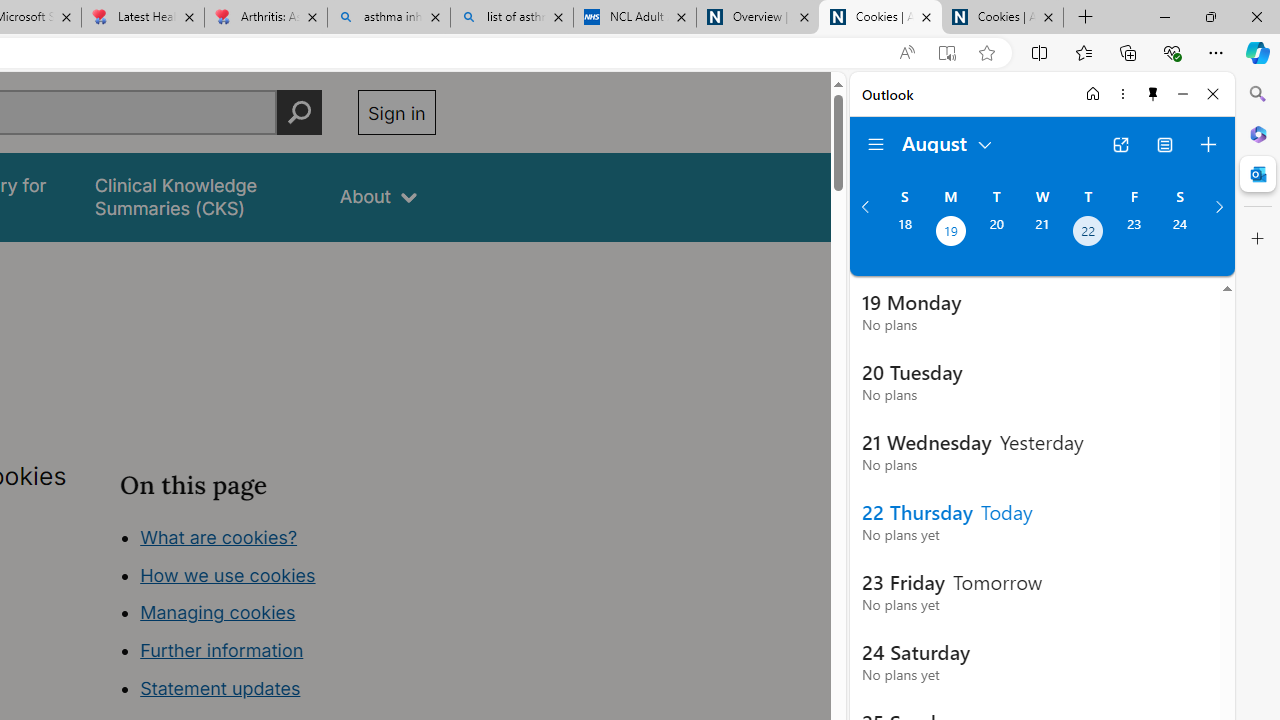 The image size is (1280, 720). I want to click on 'Create event', so click(1207, 144).